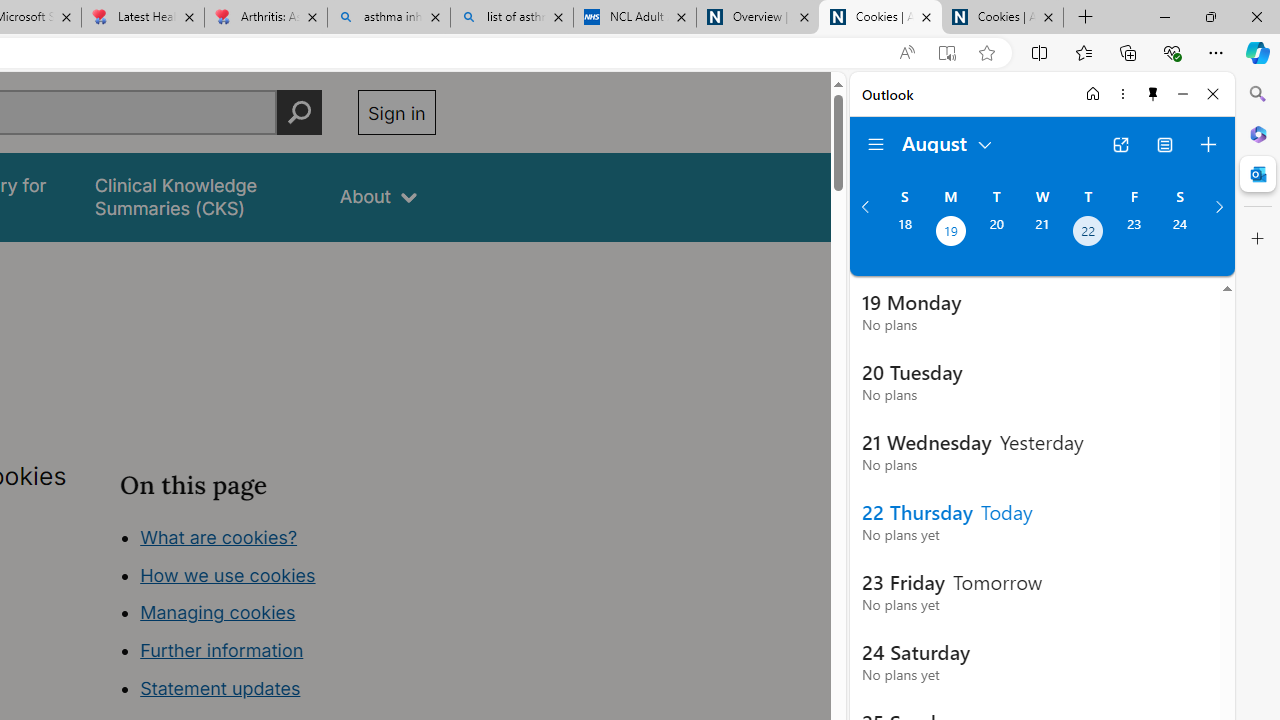 The image size is (1280, 720). I want to click on 'Create event', so click(1207, 144).